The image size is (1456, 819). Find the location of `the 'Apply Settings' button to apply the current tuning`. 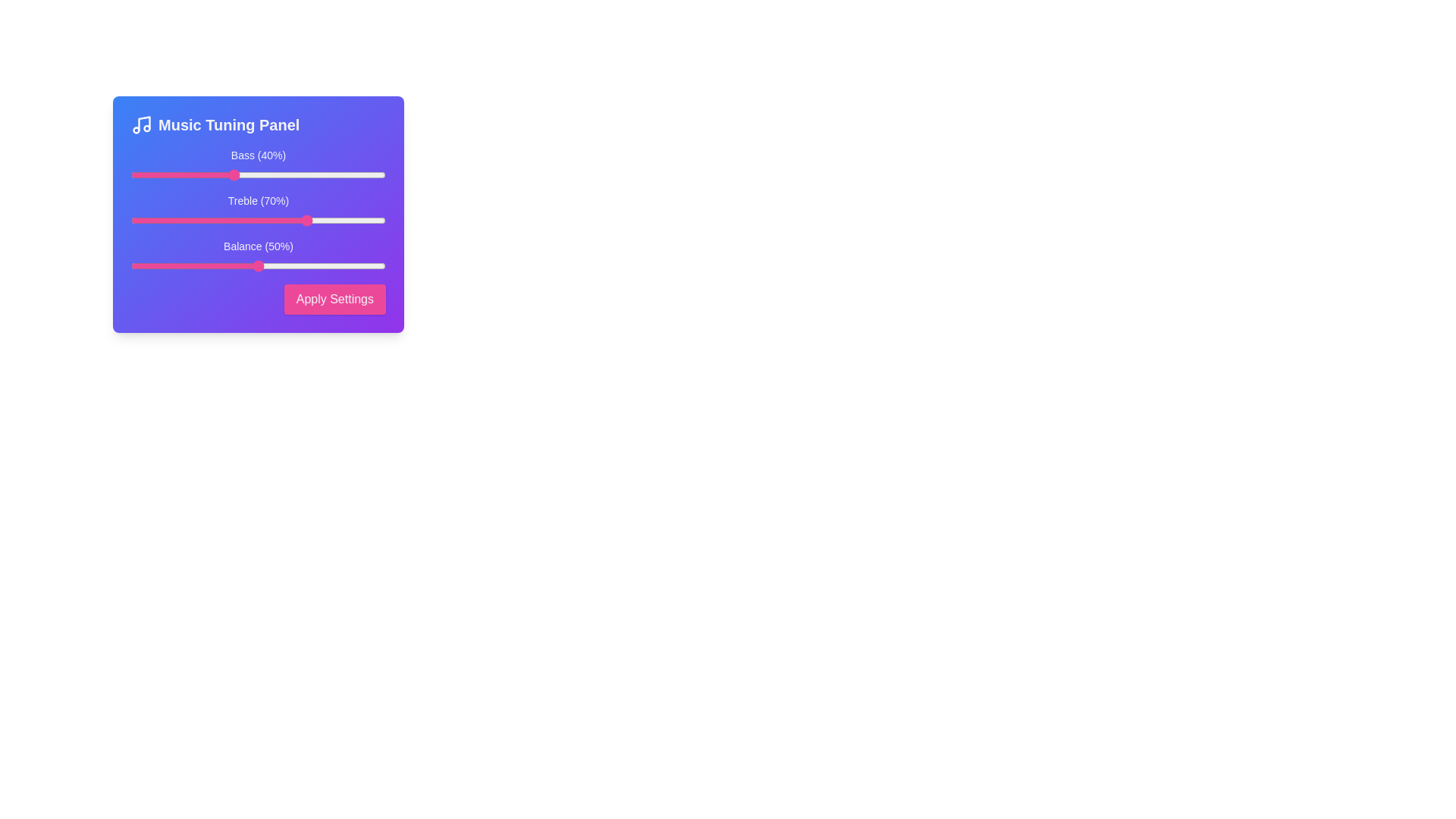

the 'Apply Settings' button to apply the current tuning is located at coordinates (334, 299).